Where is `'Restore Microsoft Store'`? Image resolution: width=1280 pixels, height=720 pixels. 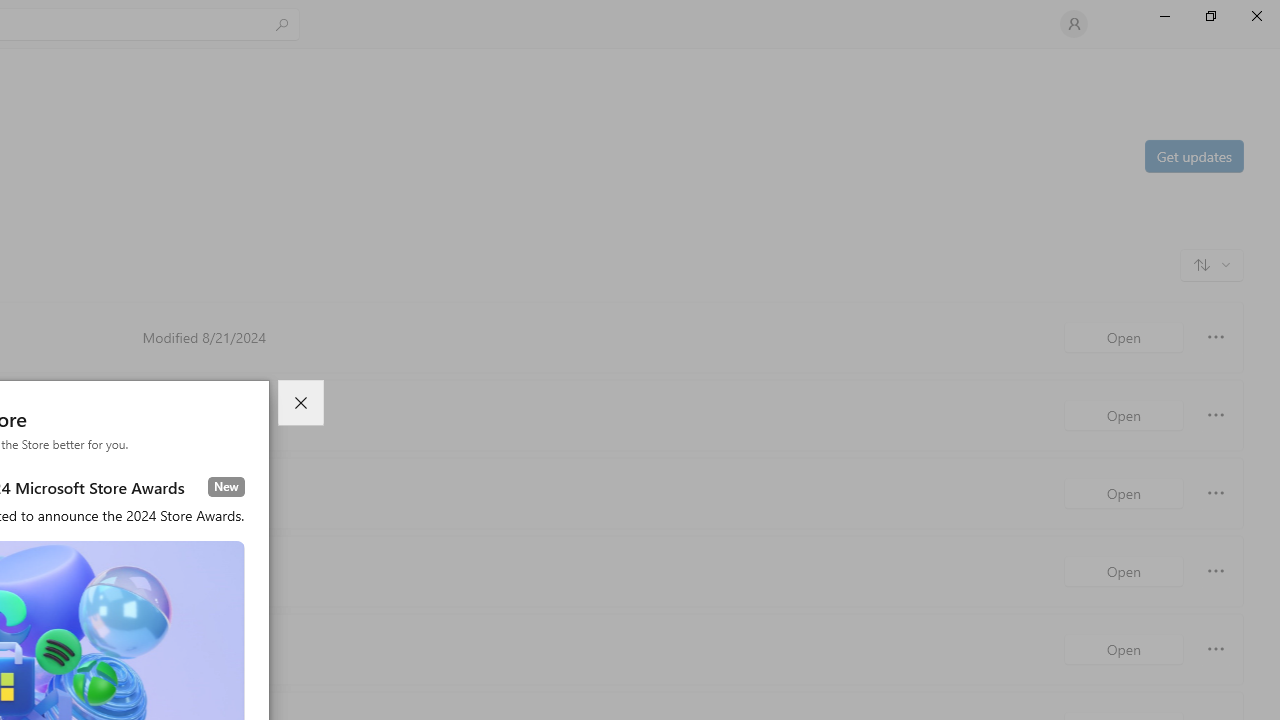
'Restore Microsoft Store' is located at coordinates (1209, 15).